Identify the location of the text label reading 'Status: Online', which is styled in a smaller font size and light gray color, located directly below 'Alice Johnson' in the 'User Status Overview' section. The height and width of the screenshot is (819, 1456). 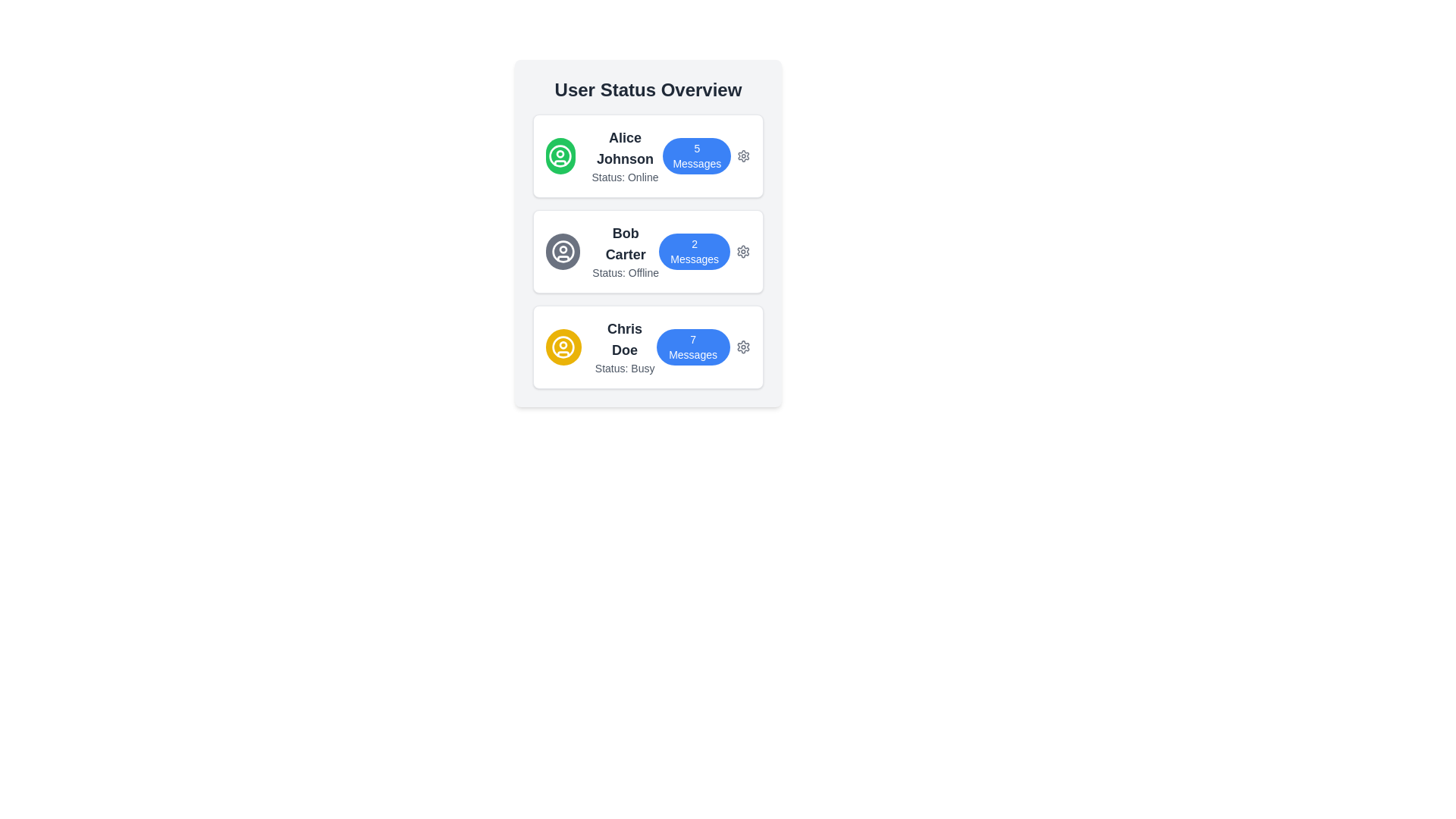
(625, 177).